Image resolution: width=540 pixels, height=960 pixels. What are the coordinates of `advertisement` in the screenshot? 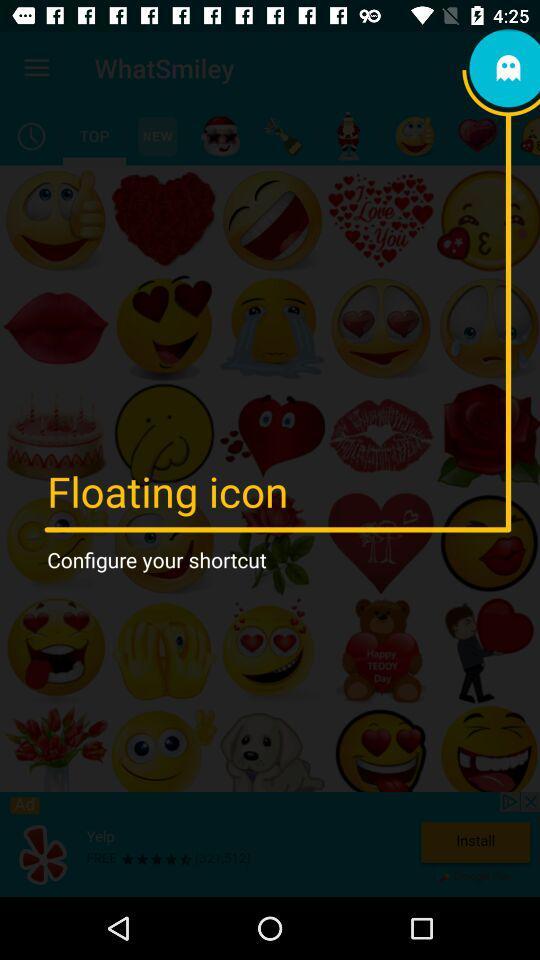 It's located at (270, 843).